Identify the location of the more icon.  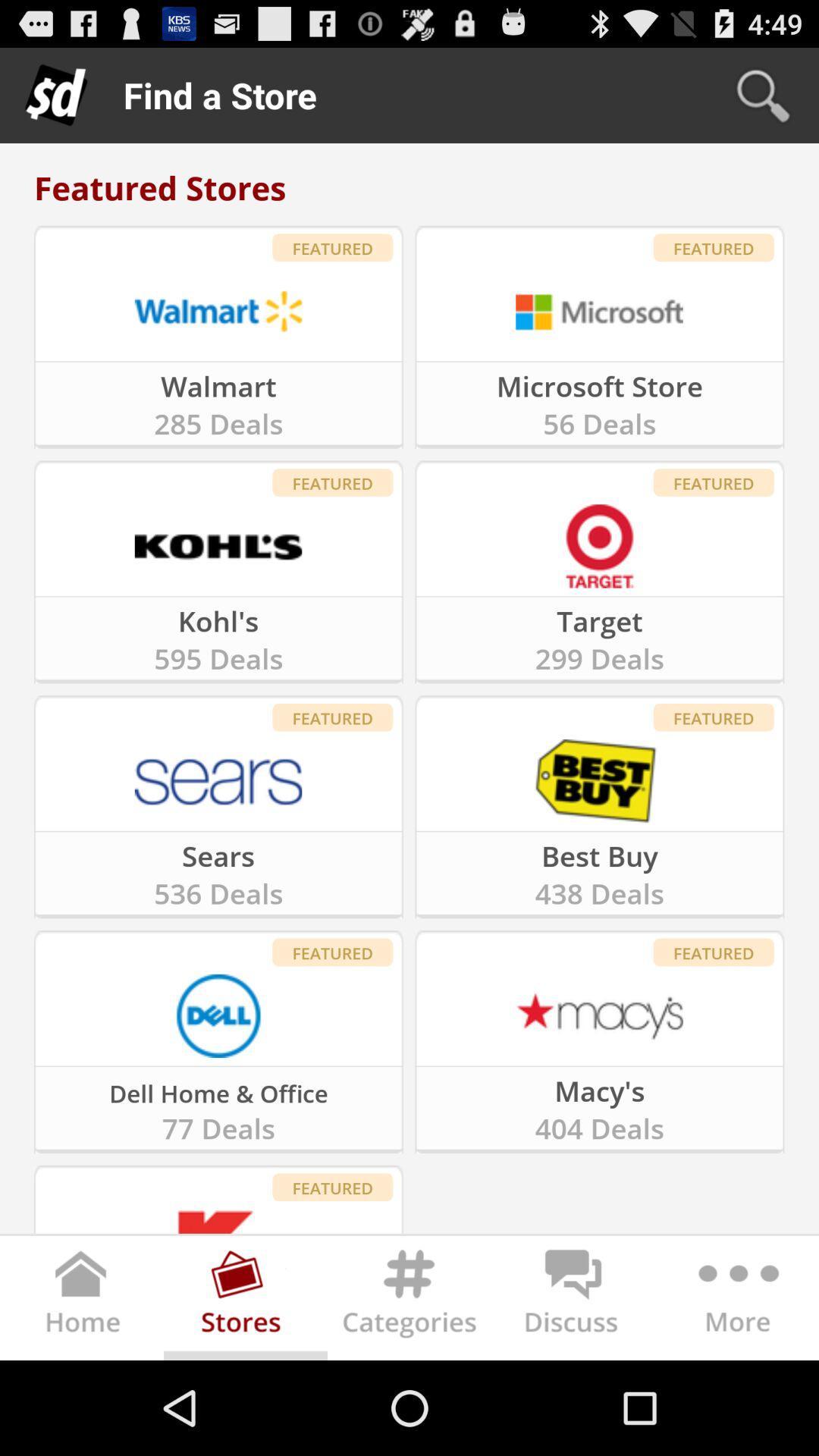
(736, 1392).